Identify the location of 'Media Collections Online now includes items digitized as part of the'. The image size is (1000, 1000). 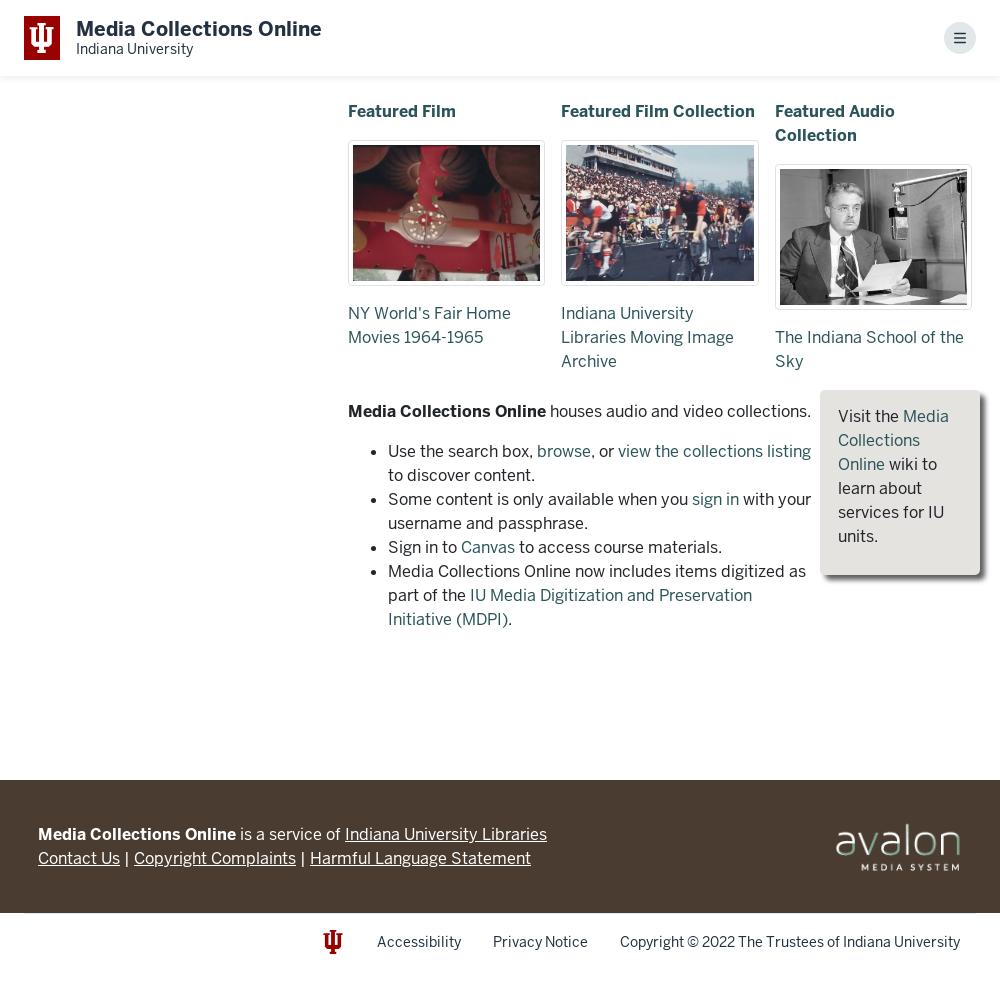
(595, 582).